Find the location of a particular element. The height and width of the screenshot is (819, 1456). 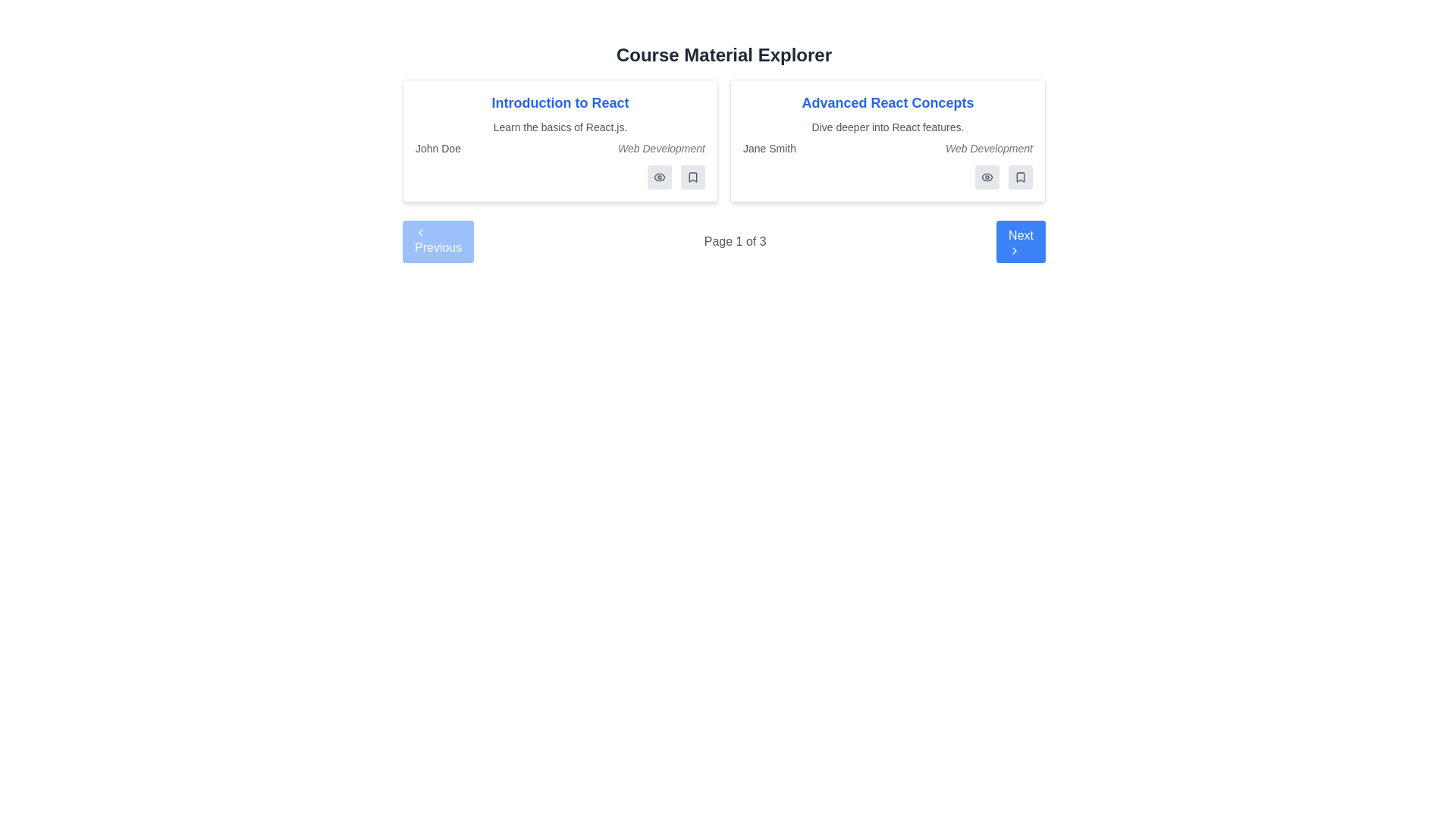

title text located at the top of the card, which conveys the main topic or focus of the card's content is located at coordinates (888, 102).